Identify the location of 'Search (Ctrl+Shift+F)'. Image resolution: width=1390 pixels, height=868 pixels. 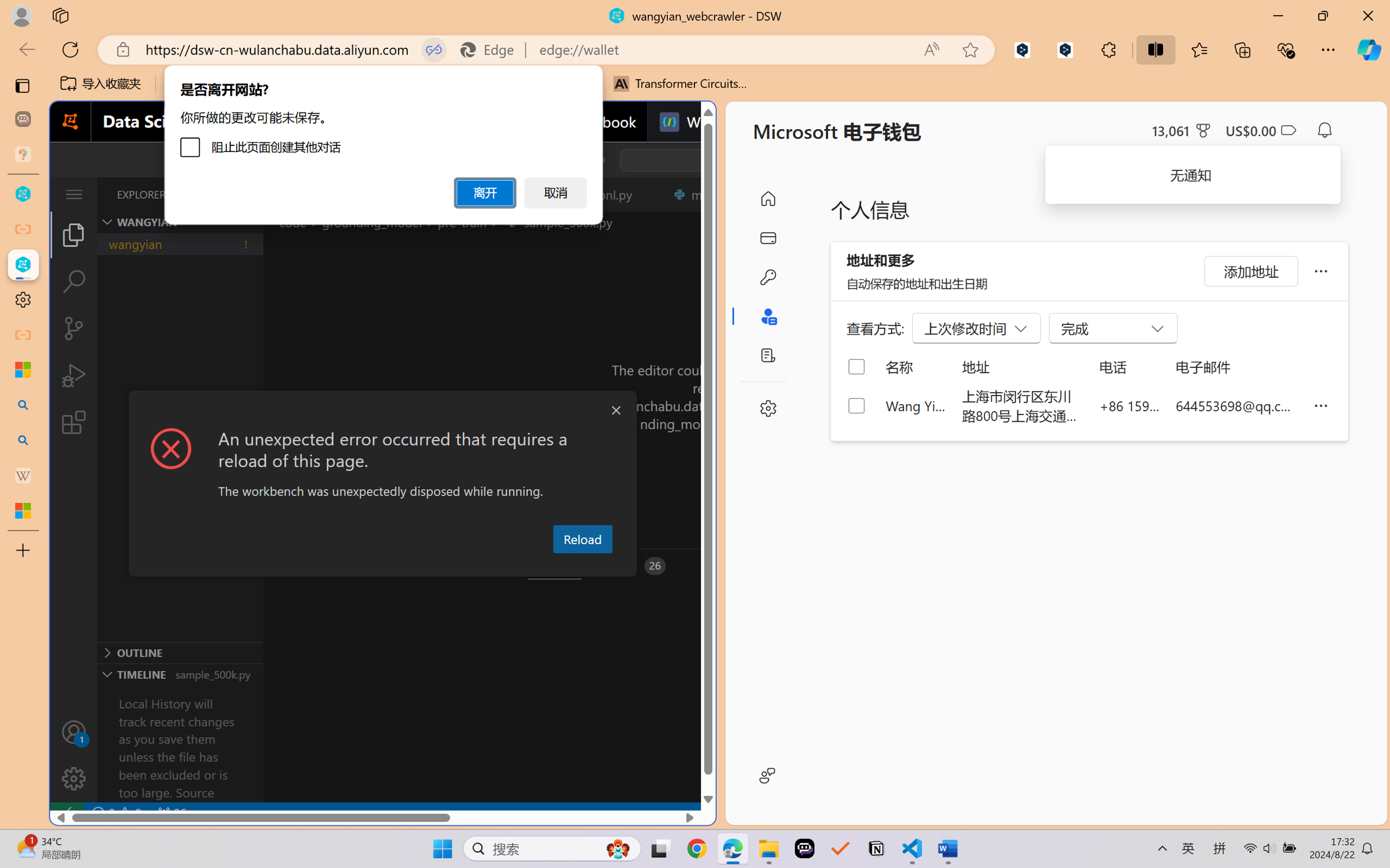
(73, 281).